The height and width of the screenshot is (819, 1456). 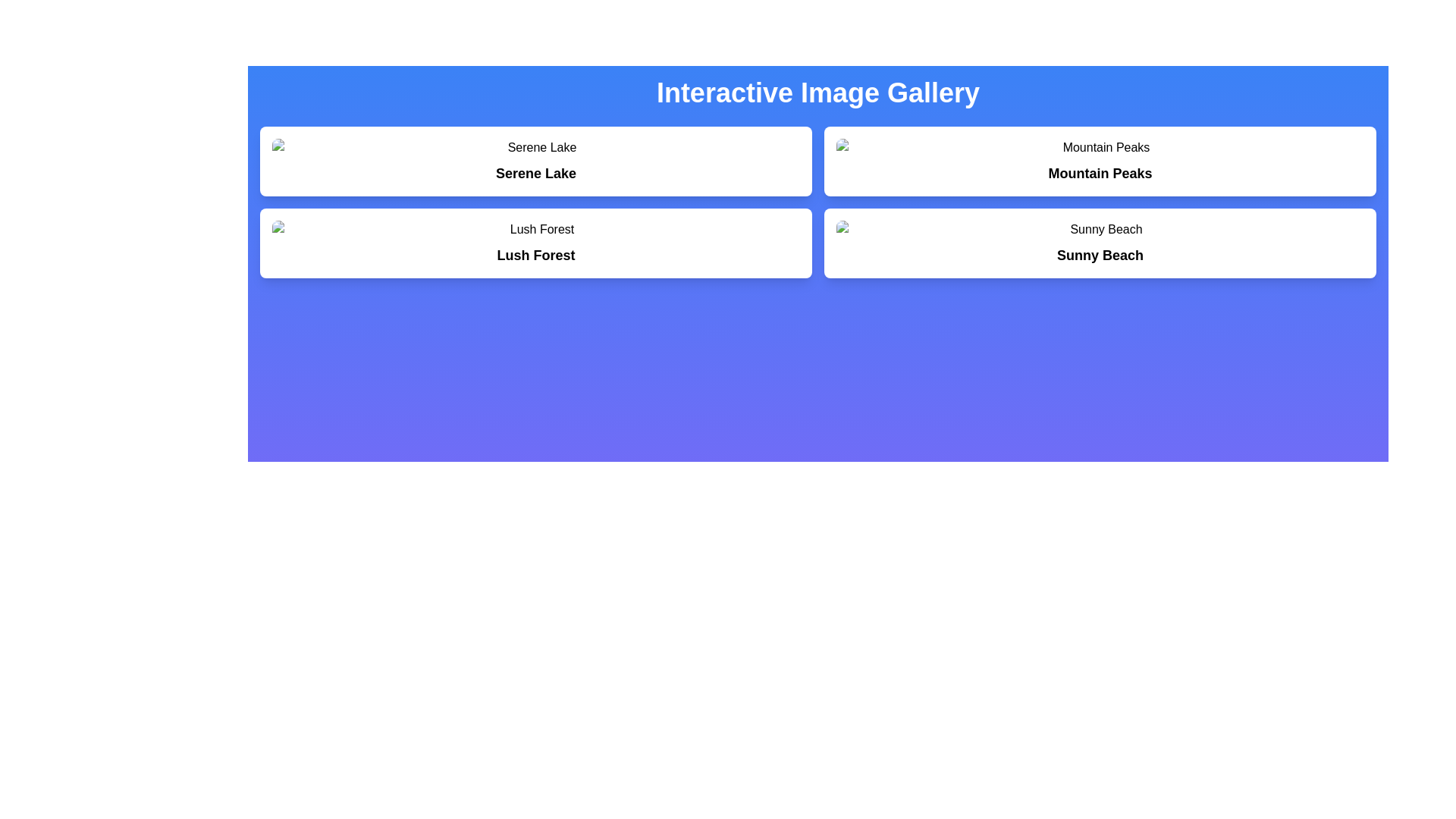 What do you see at coordinates (1100, 161) in the screenshot?
I see `the 'Mountain Peaks' card in the image gallery to interact or view details` at bounding box center [1100, 161].